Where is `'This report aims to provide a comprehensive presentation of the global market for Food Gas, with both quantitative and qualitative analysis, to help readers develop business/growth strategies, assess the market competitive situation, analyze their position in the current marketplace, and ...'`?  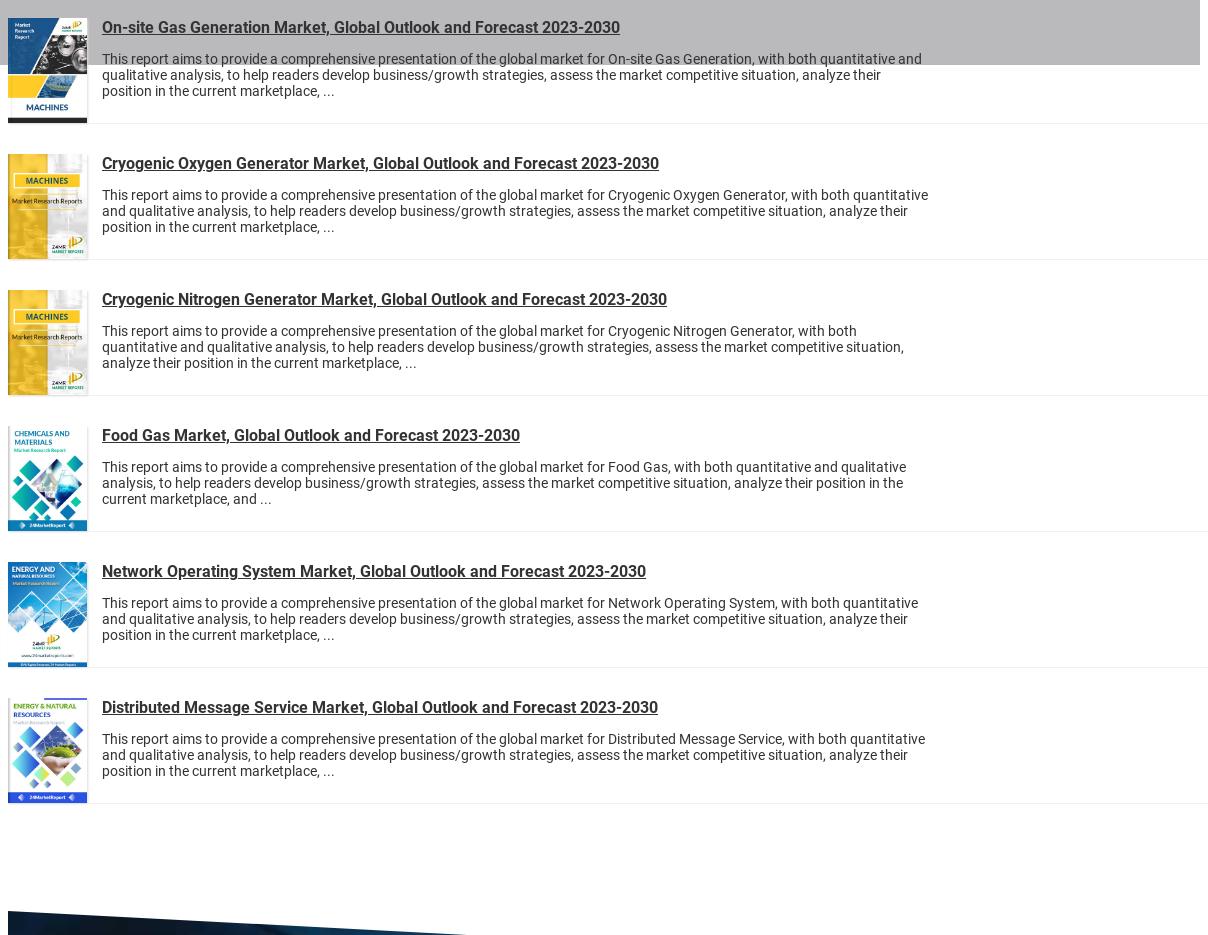 'This report aims to provide a comprehensive presentation of the global market for Food Gas, with both quantitative and qualitative analysis, to help readers develop business/growth strategies, assess the market competitive situation, analyze their position in the current marketplace, and ...' is located at coordinates (100, 483).